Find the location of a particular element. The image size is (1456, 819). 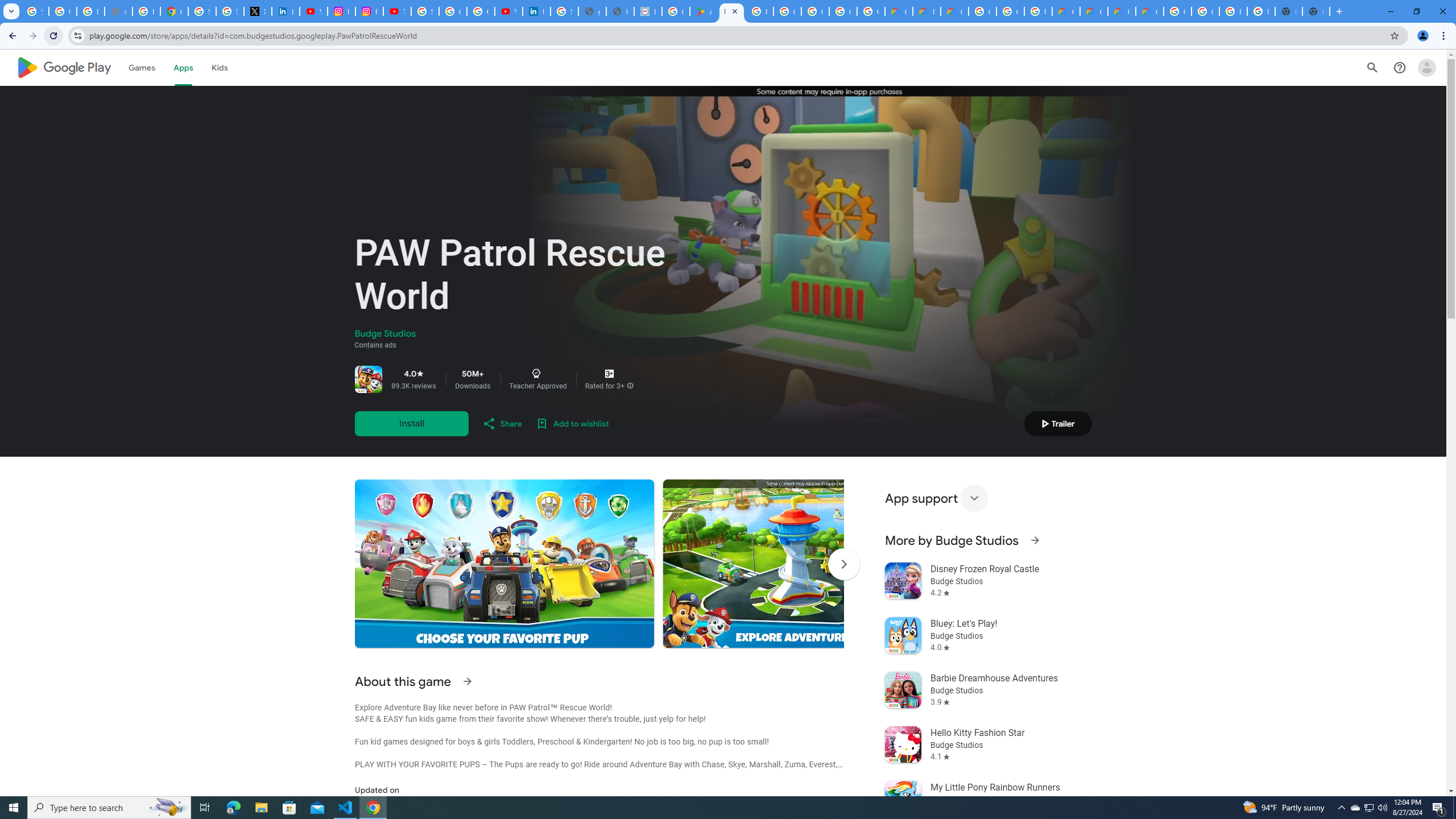

'See more information on More by Budge Studios' is located at coordinates (1034, 540).